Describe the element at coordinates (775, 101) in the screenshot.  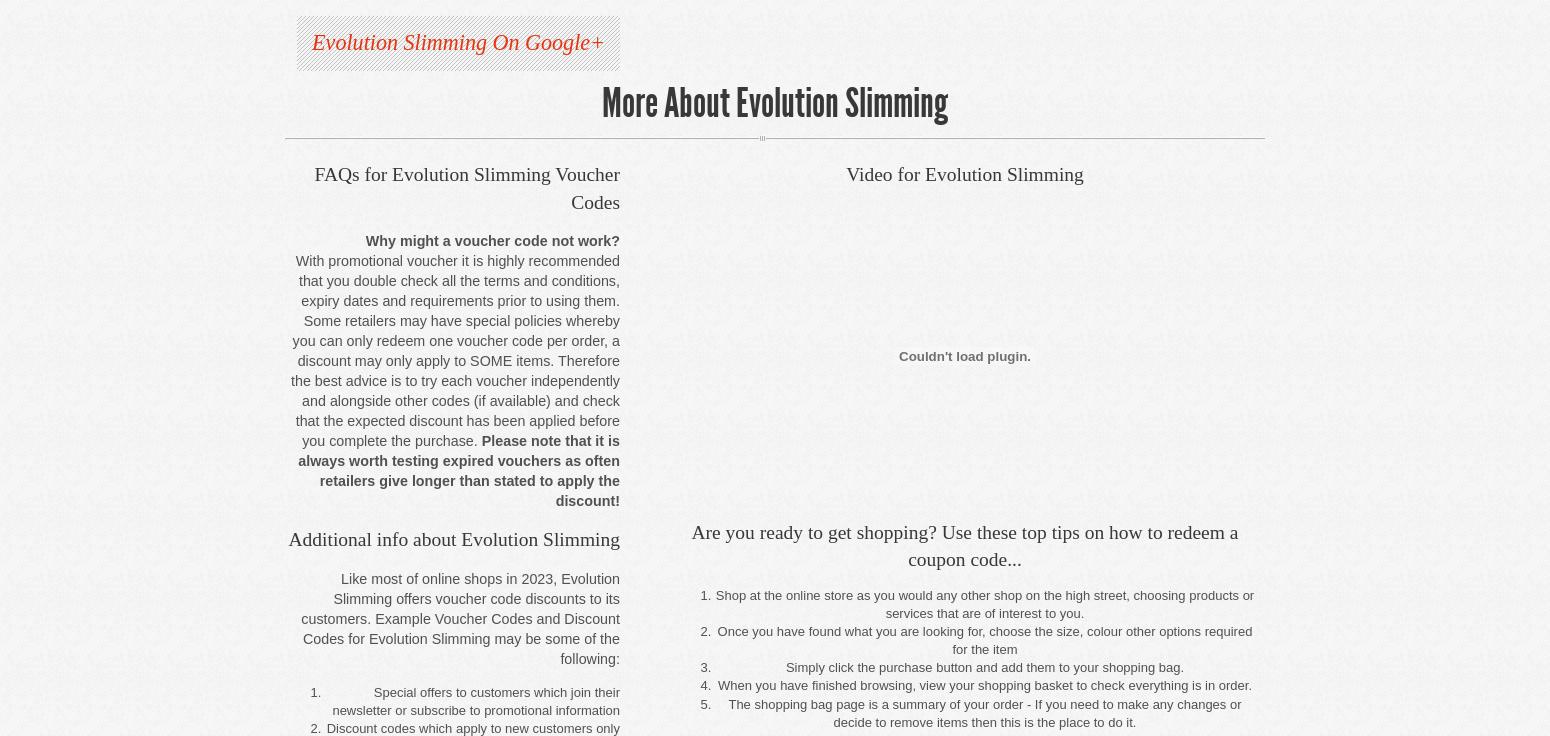
I see `'More About Evolution Slimming'` at that location.